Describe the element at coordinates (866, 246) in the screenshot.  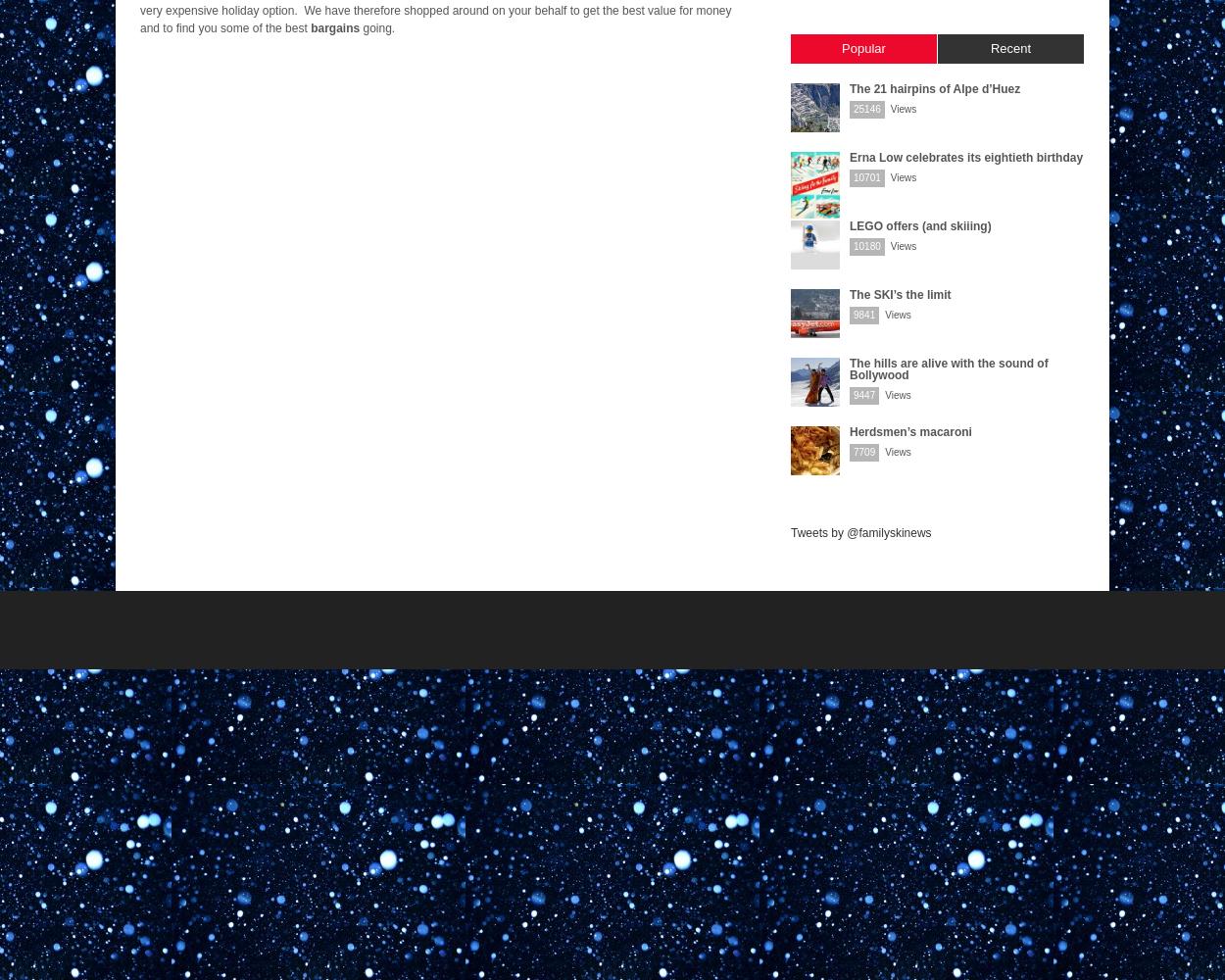
I see `'10180'` at that location.